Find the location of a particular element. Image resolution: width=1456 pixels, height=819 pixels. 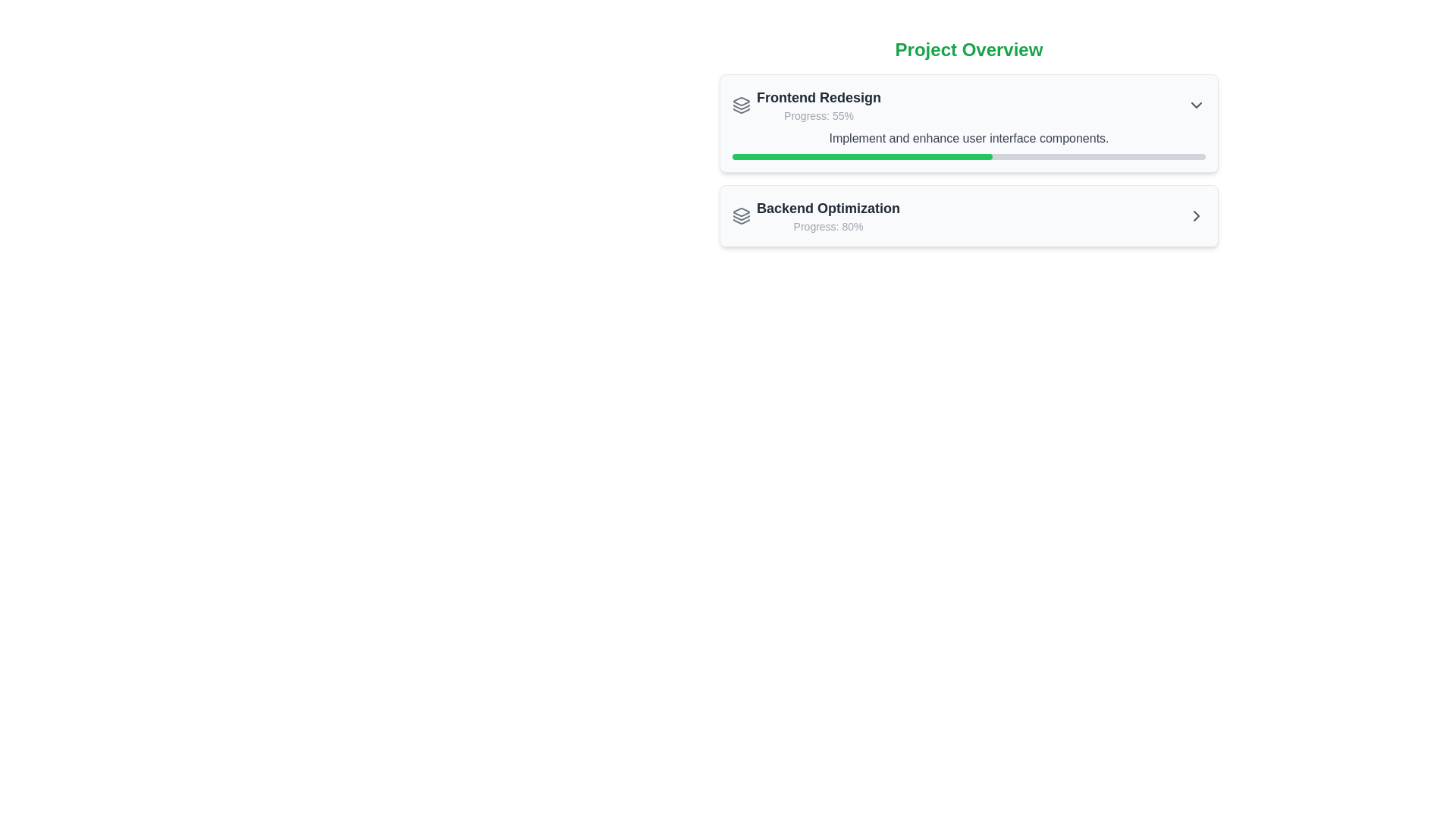

the icon associated with the 'Backend Optimization' group header, which includes a styled icon followed by the title and progress label is located at coordinates (815, 216).